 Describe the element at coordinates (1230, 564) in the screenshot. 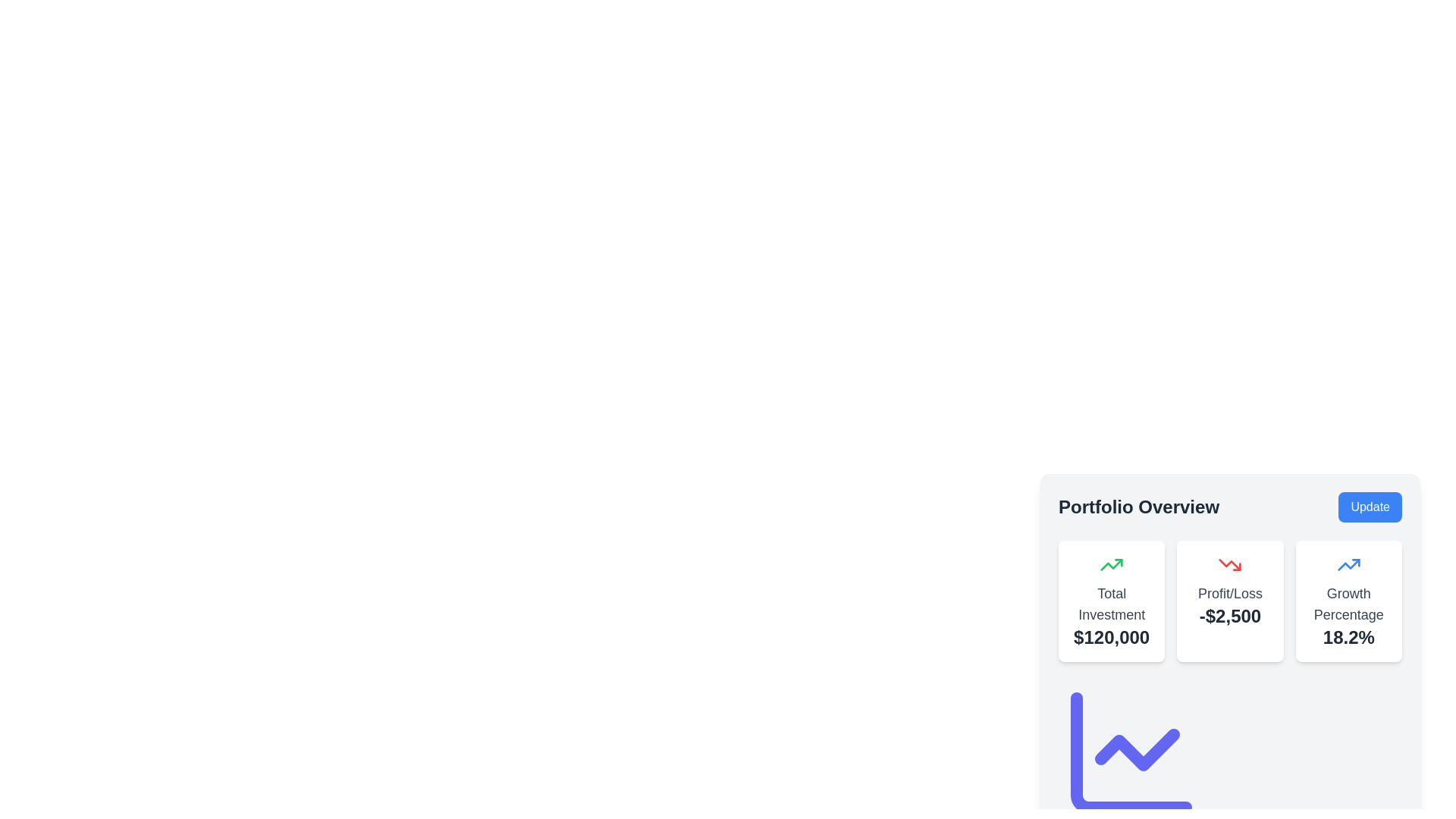

I see `the downward trending red chart icon positioned above the text '-$2,500' and to the left of 'Profit/Loss'` at that location.